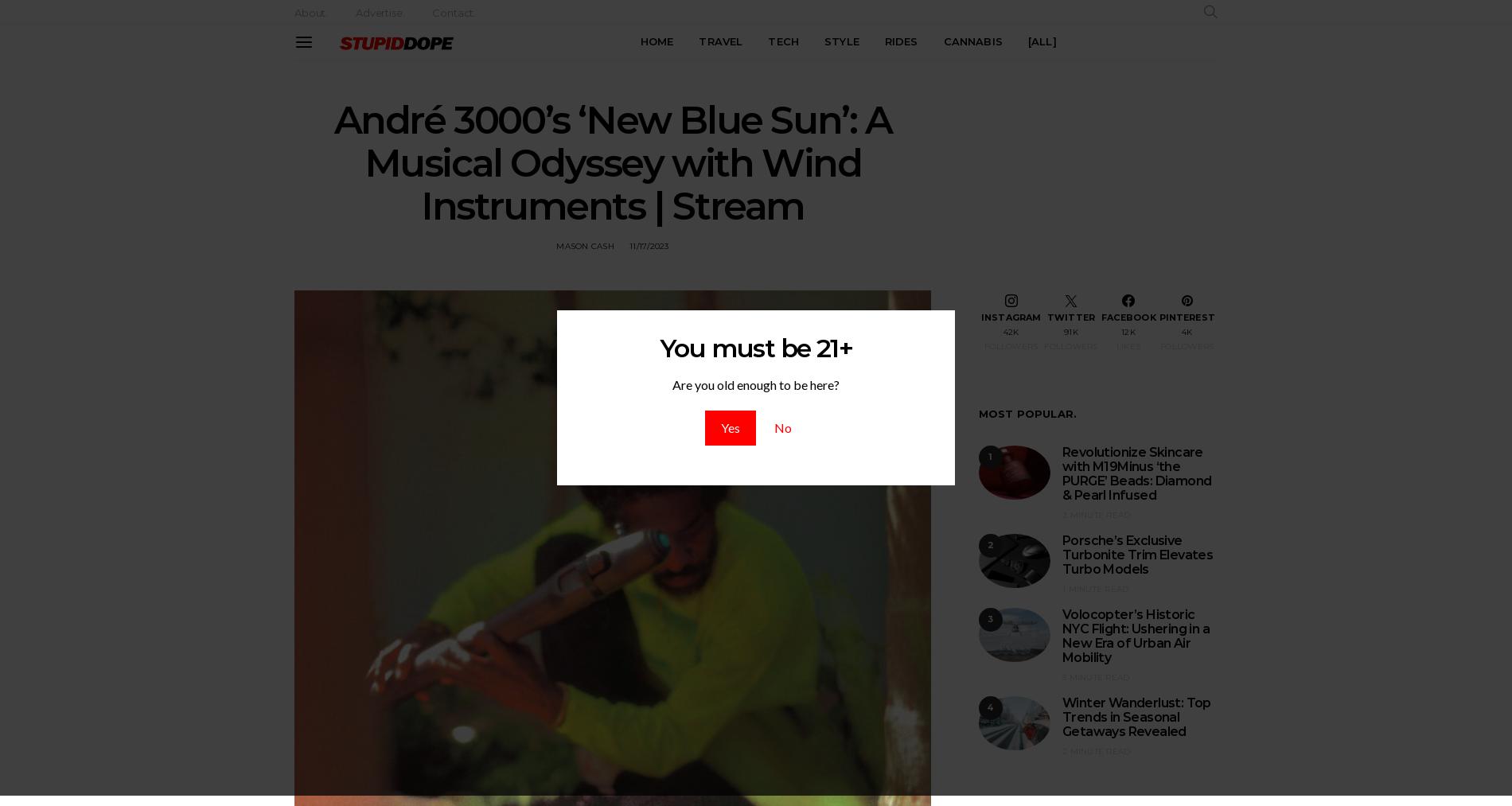  I want to click on 'Twitter', so click(1070, 317).